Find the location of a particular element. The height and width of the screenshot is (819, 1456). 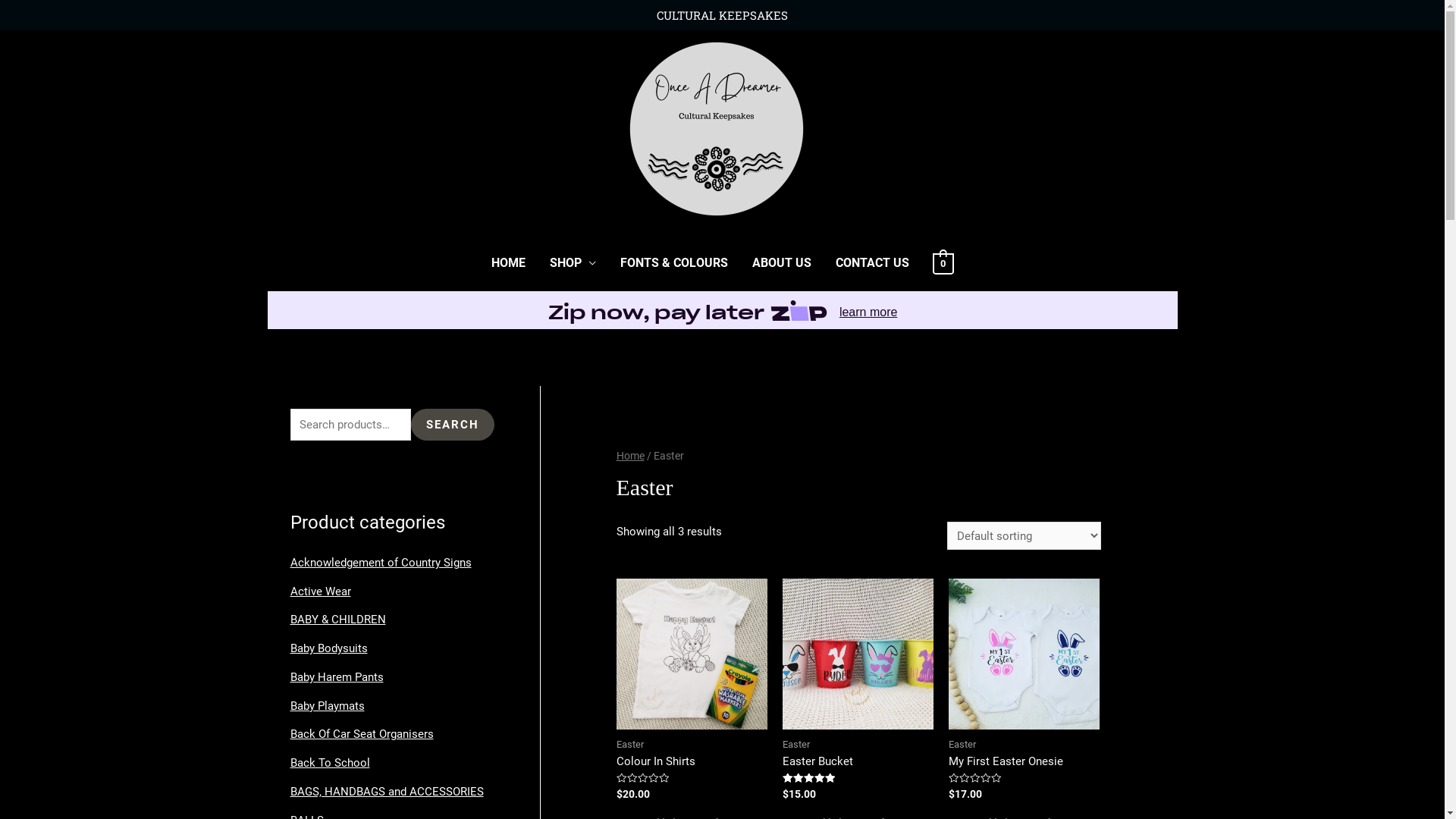

'FONTS & COLOURS' is located at coordinates (673, 262).